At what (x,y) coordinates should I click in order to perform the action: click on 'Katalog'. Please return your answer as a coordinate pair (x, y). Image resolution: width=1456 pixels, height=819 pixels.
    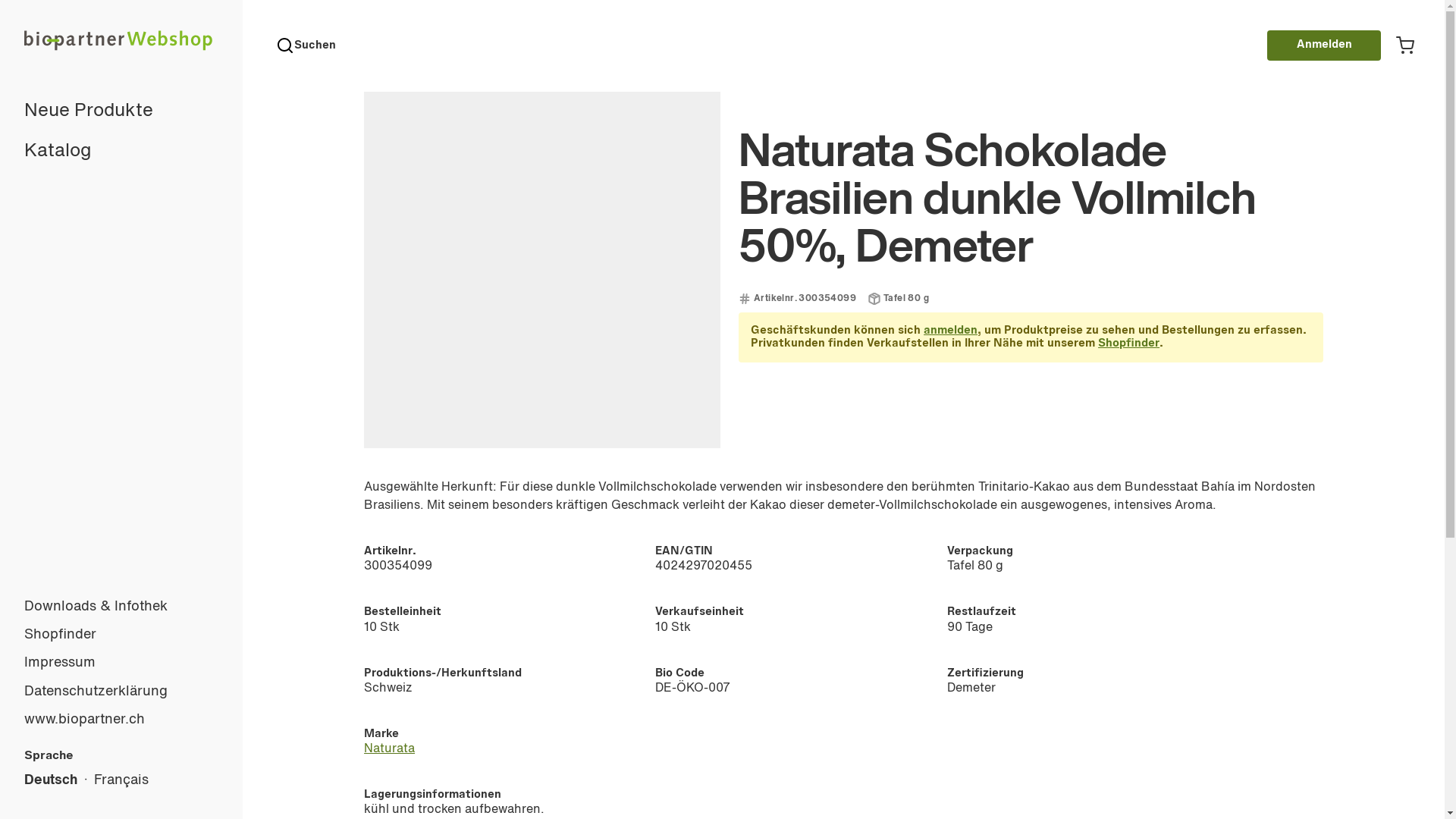
    Looking at the image, I should click on (120, 152).